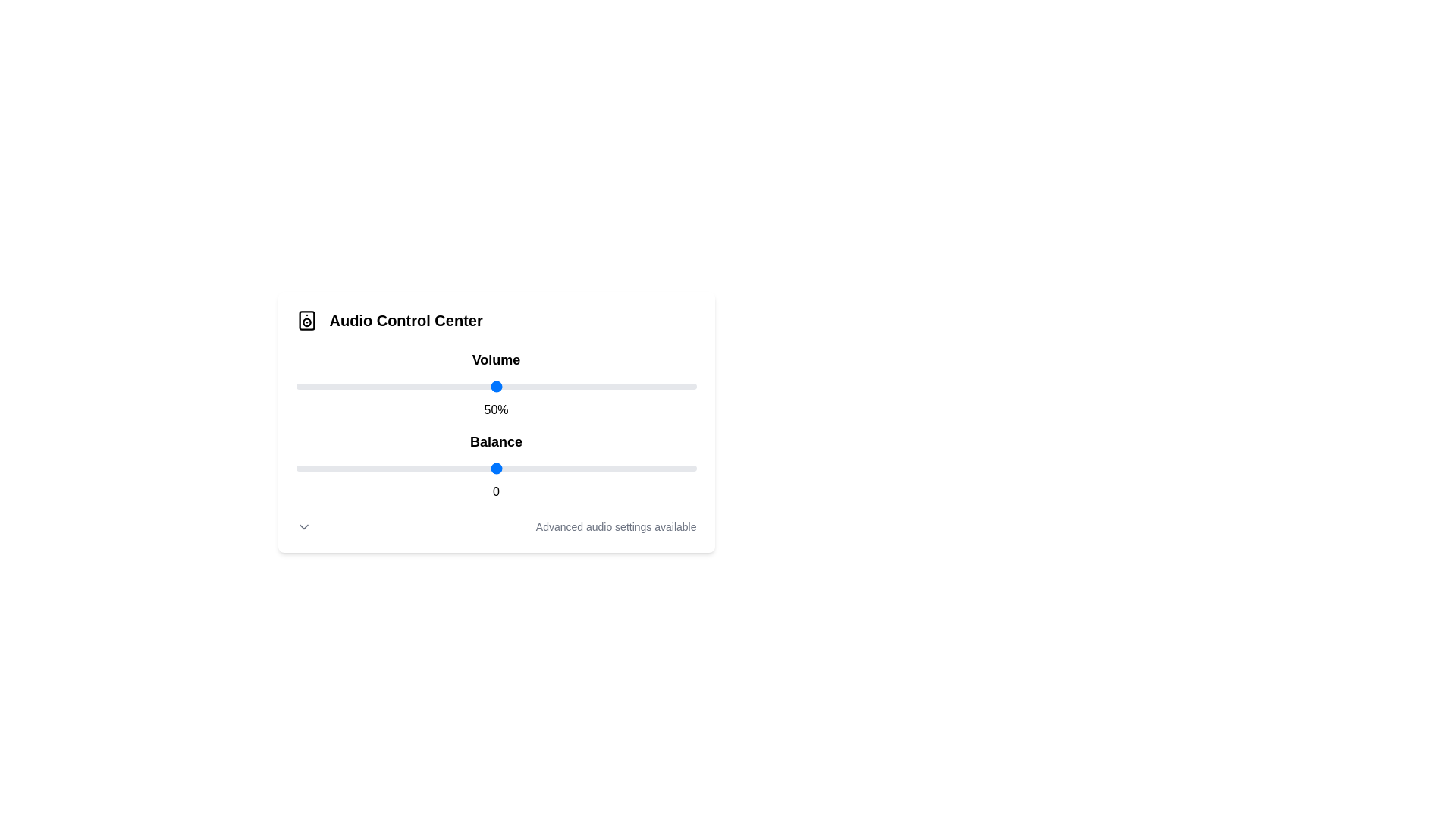  Describe the element at coordinates (692, 385) in the screenshot. I see `the volume slider to 99%` at that location.